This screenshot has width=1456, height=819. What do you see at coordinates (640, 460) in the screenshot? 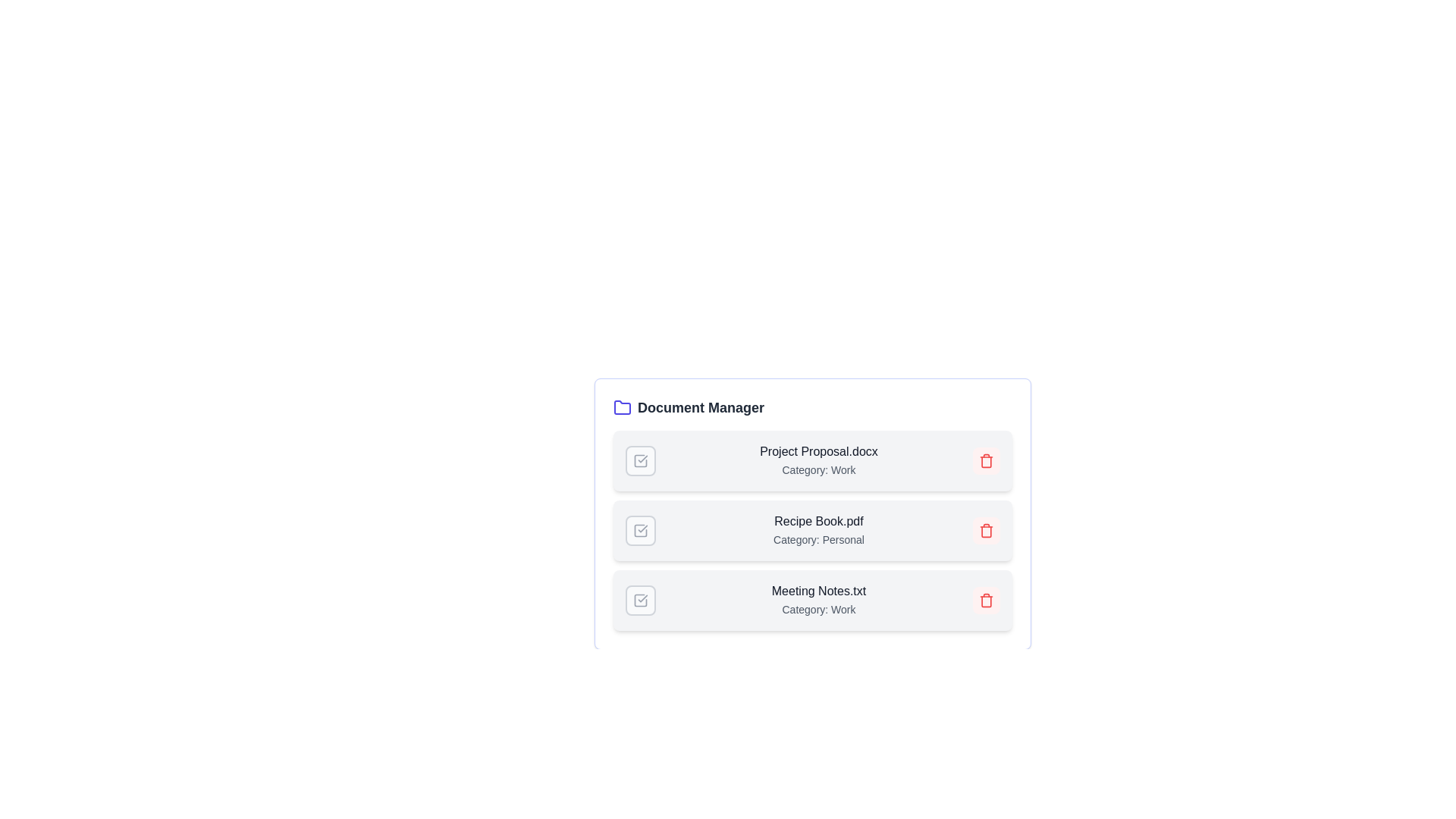
I see `the visual indicator icon representing the selection checkbox for the document item 'Project Proposal.docx' located on the left side of the first row in the document manager section` at bounding box center [640, 460].